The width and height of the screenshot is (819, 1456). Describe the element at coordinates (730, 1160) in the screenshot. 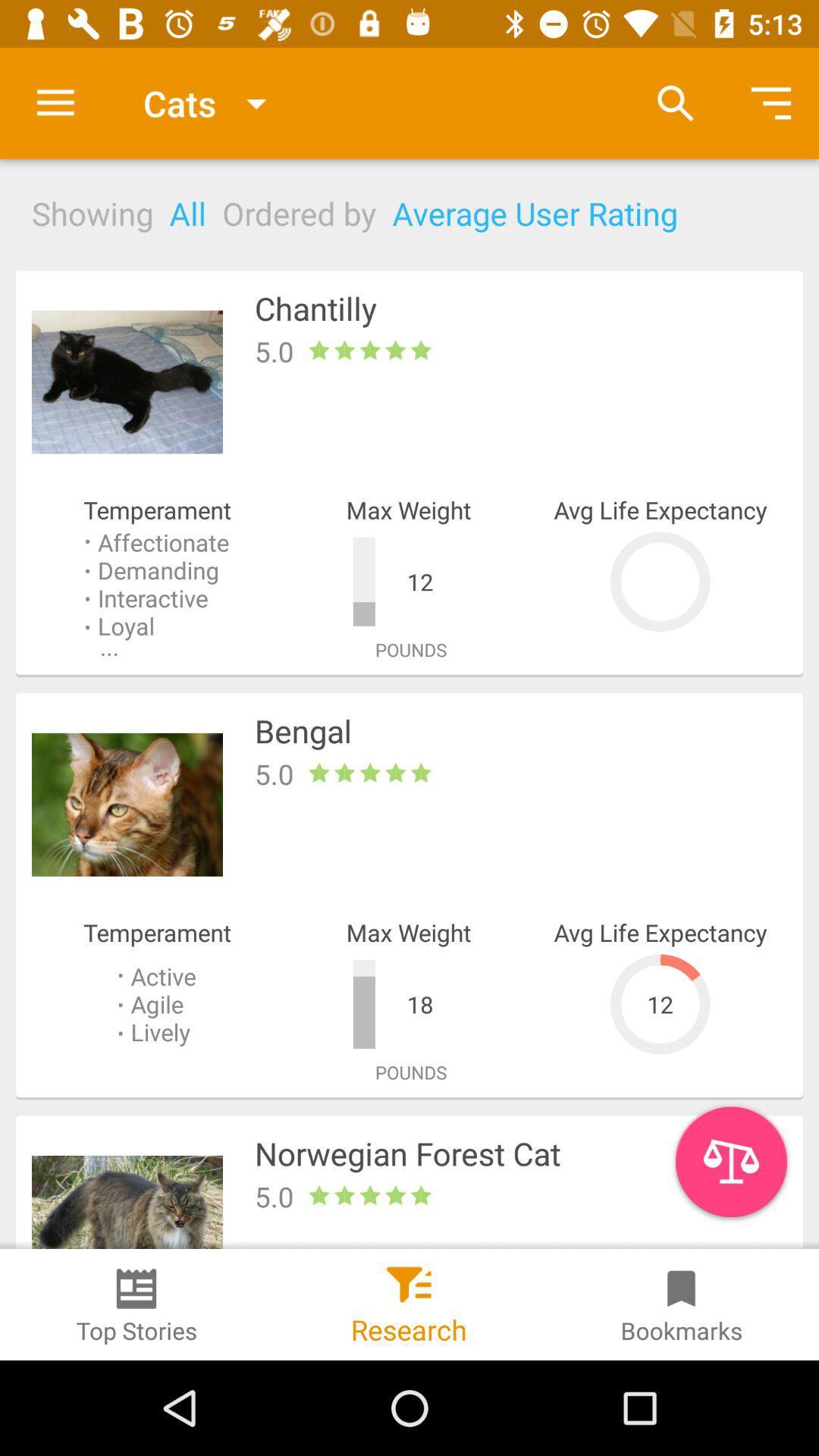

I see `the pink colour icon above bookmarks` at that location.